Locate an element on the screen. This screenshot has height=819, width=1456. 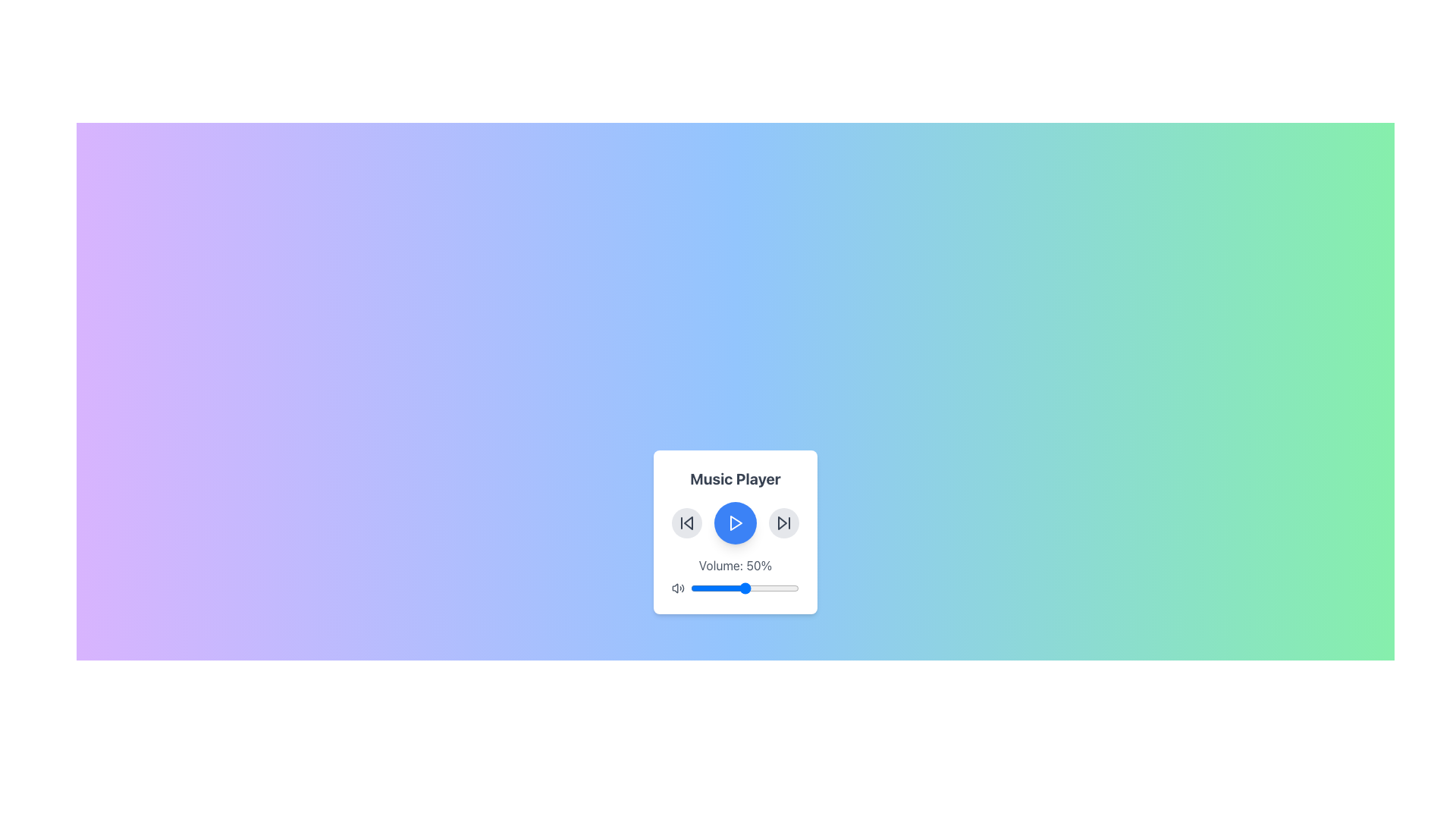
the previous track button, which is the first button from the left in the media controls section is located at coordinates (686, 522).